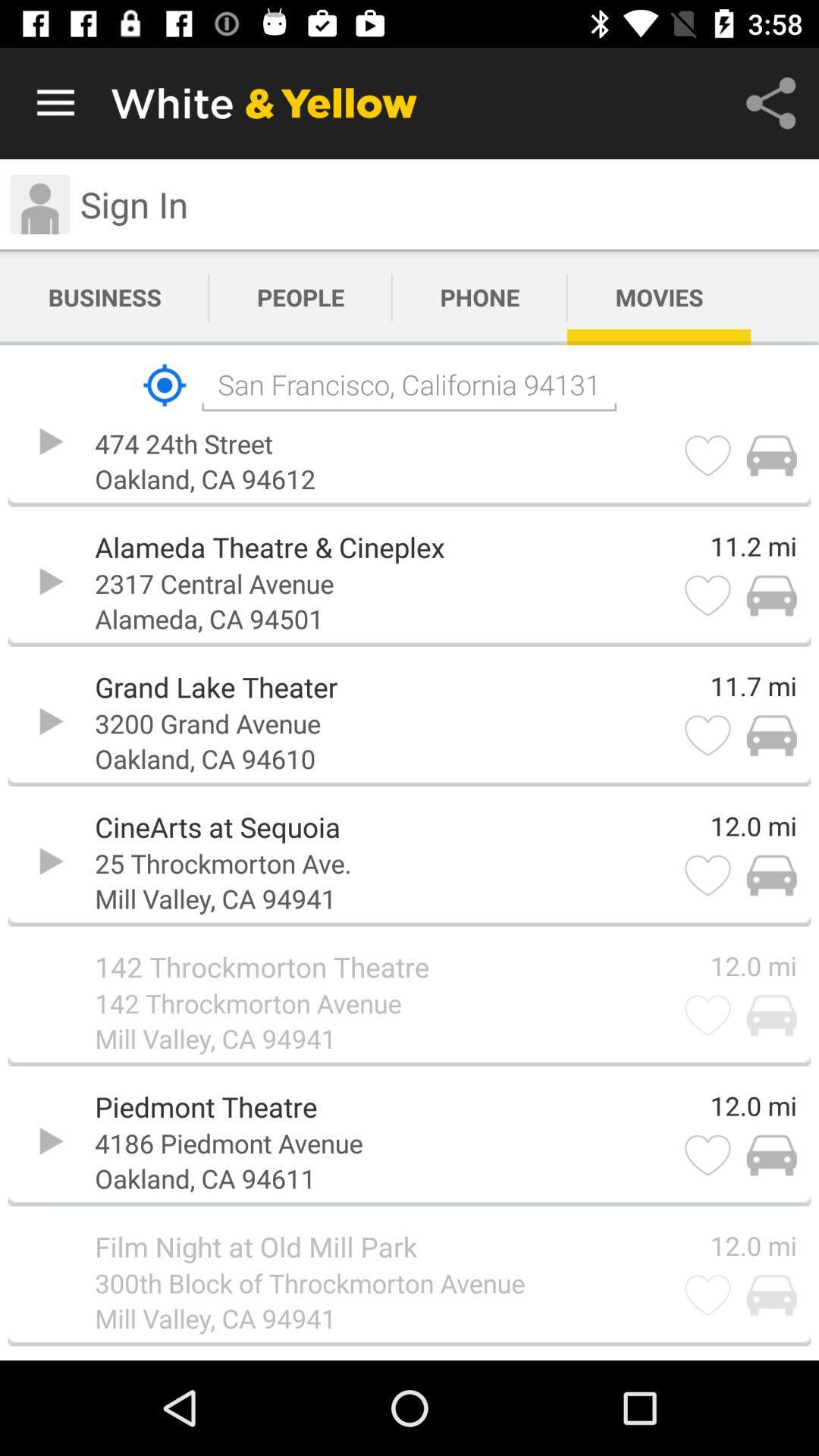 This screenshot has height=1456, width=819. What do you see at coordinates (104, 297) in the screenshot?
I see `the business` at bounding box center [104, 297].